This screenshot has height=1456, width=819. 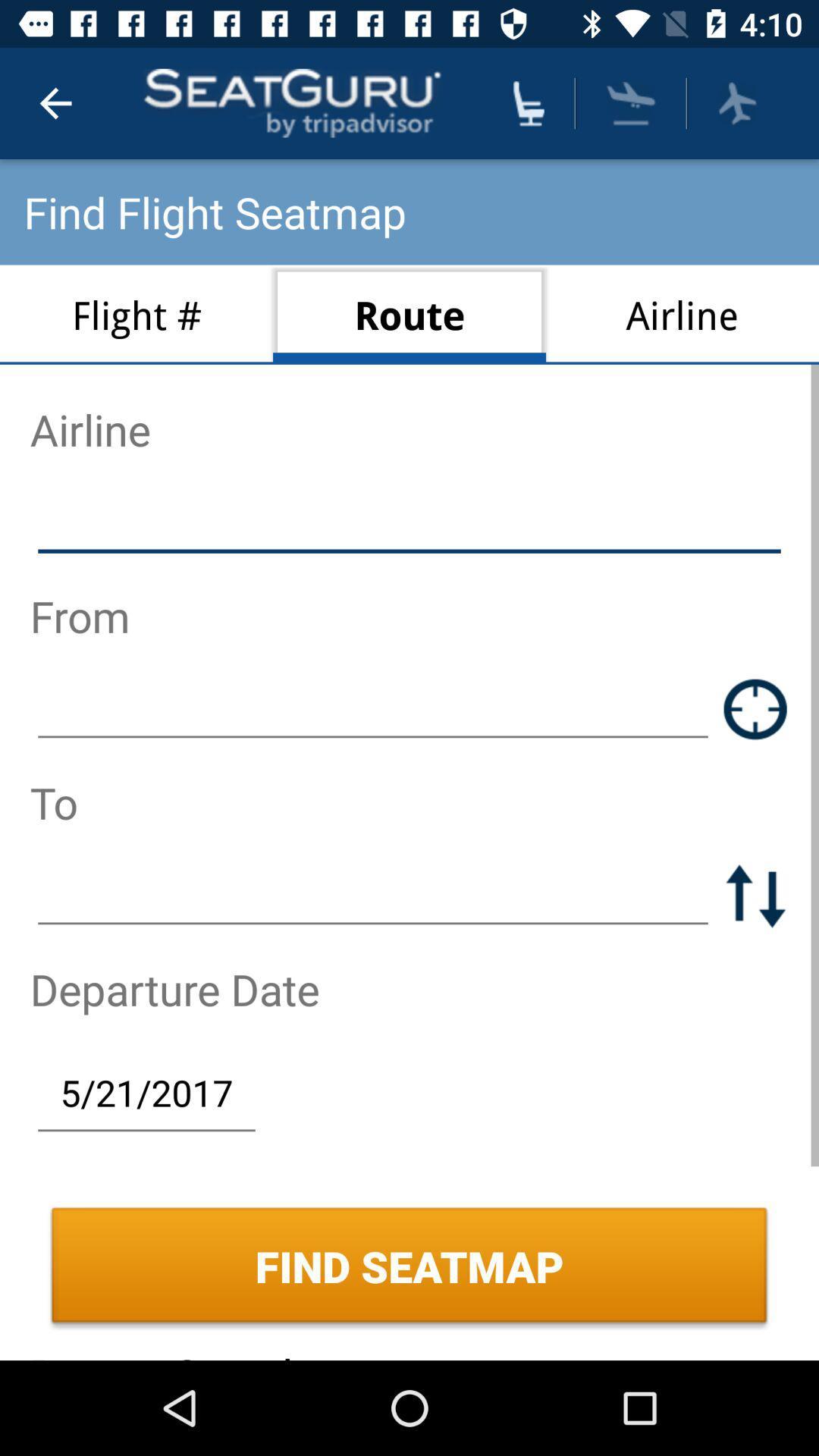 What do you see at coordinates (409, 522) in the screenshot?
I see `fill the blank space` at bounding box center [409, 522].